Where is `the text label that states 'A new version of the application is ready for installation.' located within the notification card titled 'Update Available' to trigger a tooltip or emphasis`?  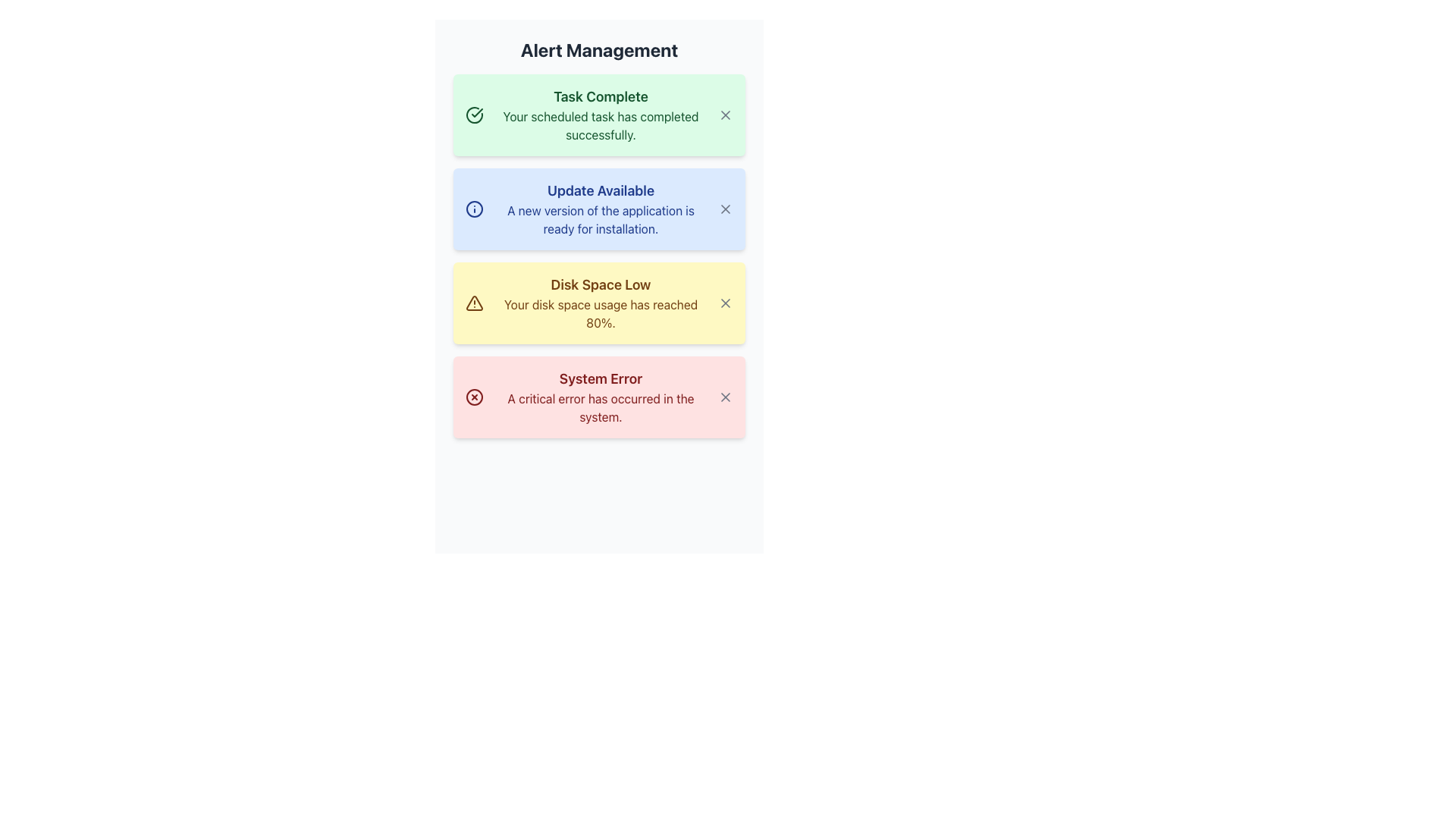 the text label that states 'A new version of the application is ready for installation.' located within the notification card titled 'Update Available' to trigger a tooltip or emphasis is located at coordinates (600, 219).